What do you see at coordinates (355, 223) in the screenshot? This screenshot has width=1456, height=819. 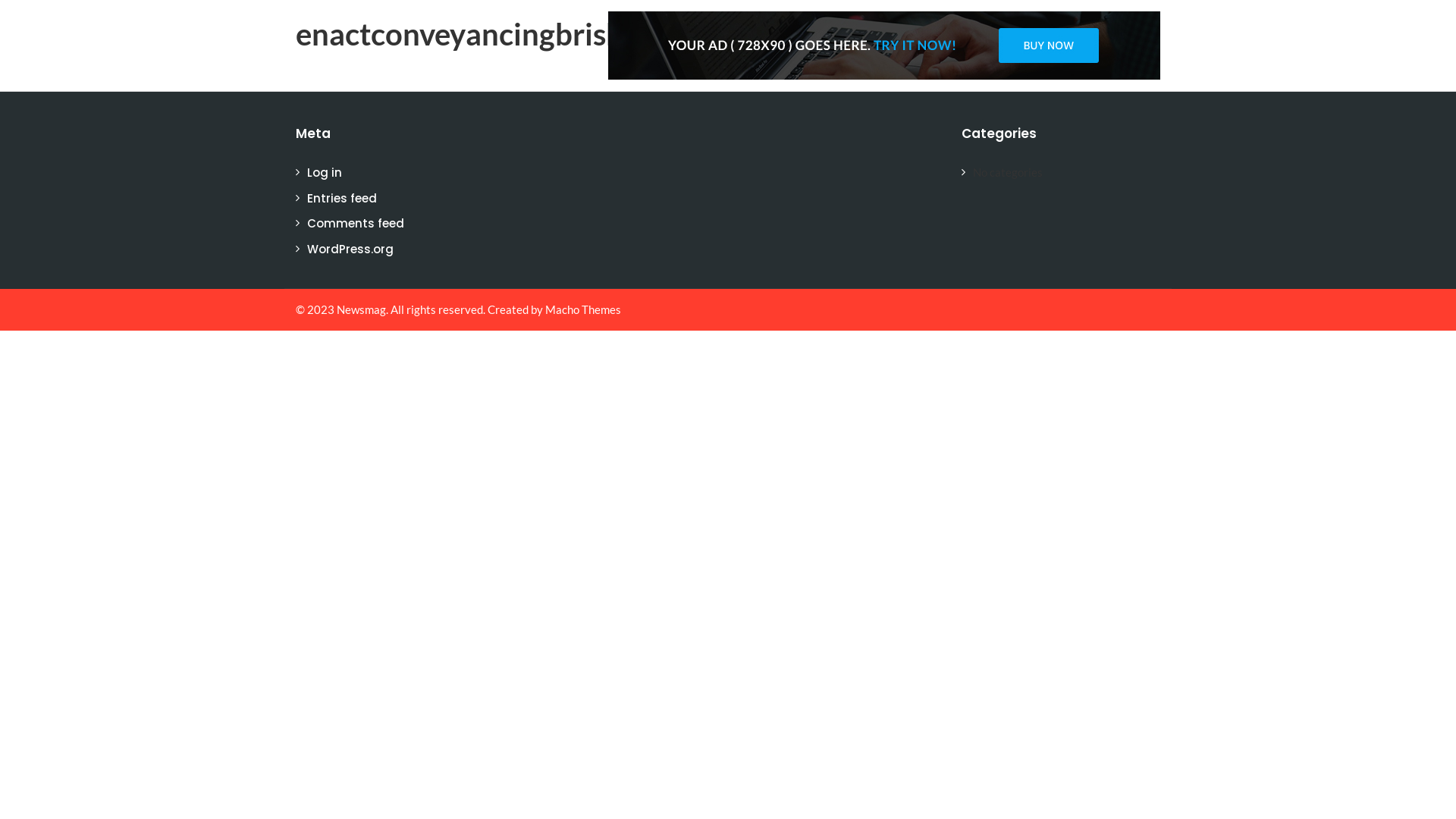 I see `'Comments feed'` at bounding box center [355, 223].